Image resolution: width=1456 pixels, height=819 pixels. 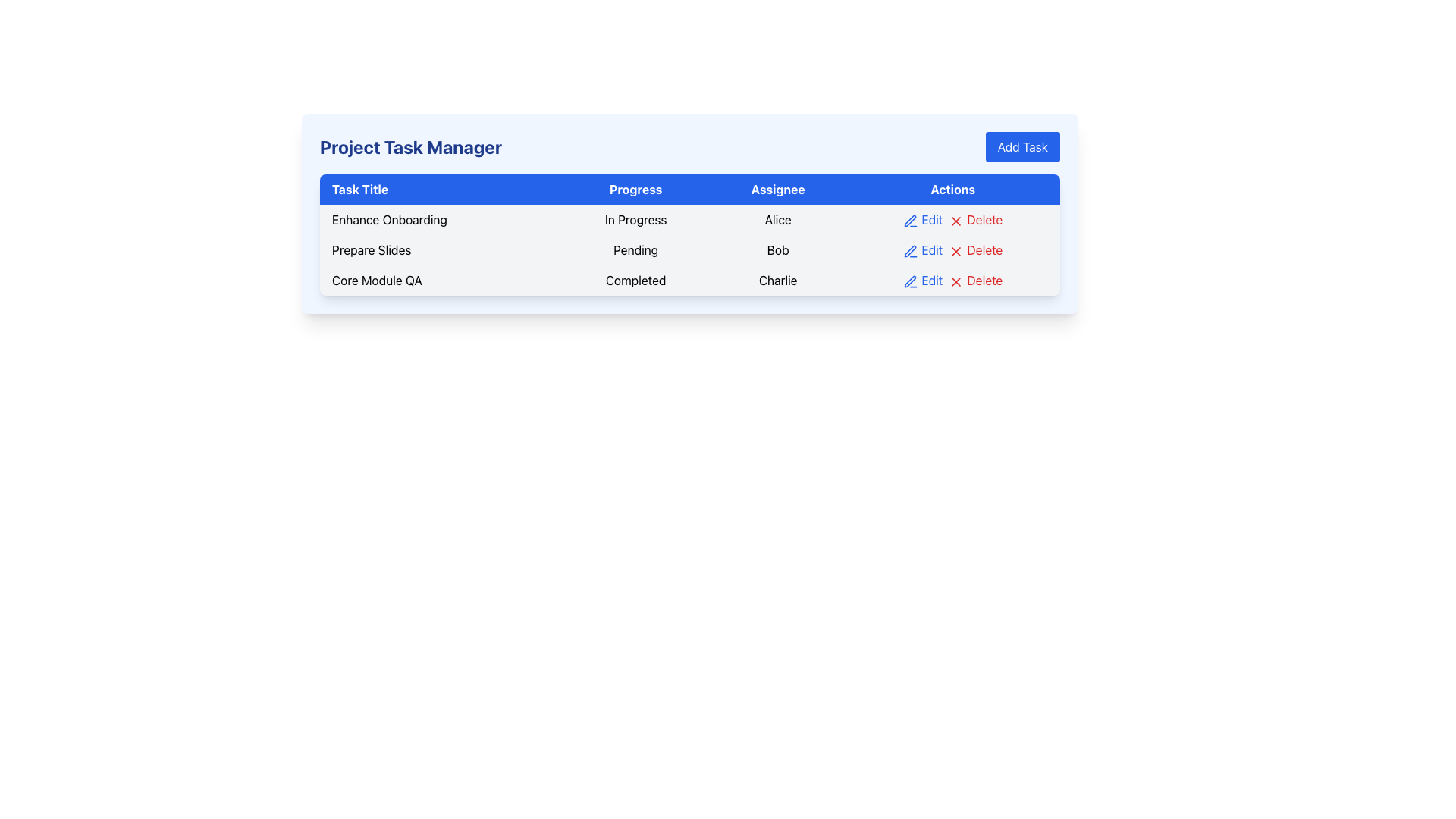 What do you see at coordinates (955, 281) in the screenshot?
I see `the red 'X' delete icon located in the 'Actions' column under the row for the task 'Core Module QA'` at bounding box center [955, 281].